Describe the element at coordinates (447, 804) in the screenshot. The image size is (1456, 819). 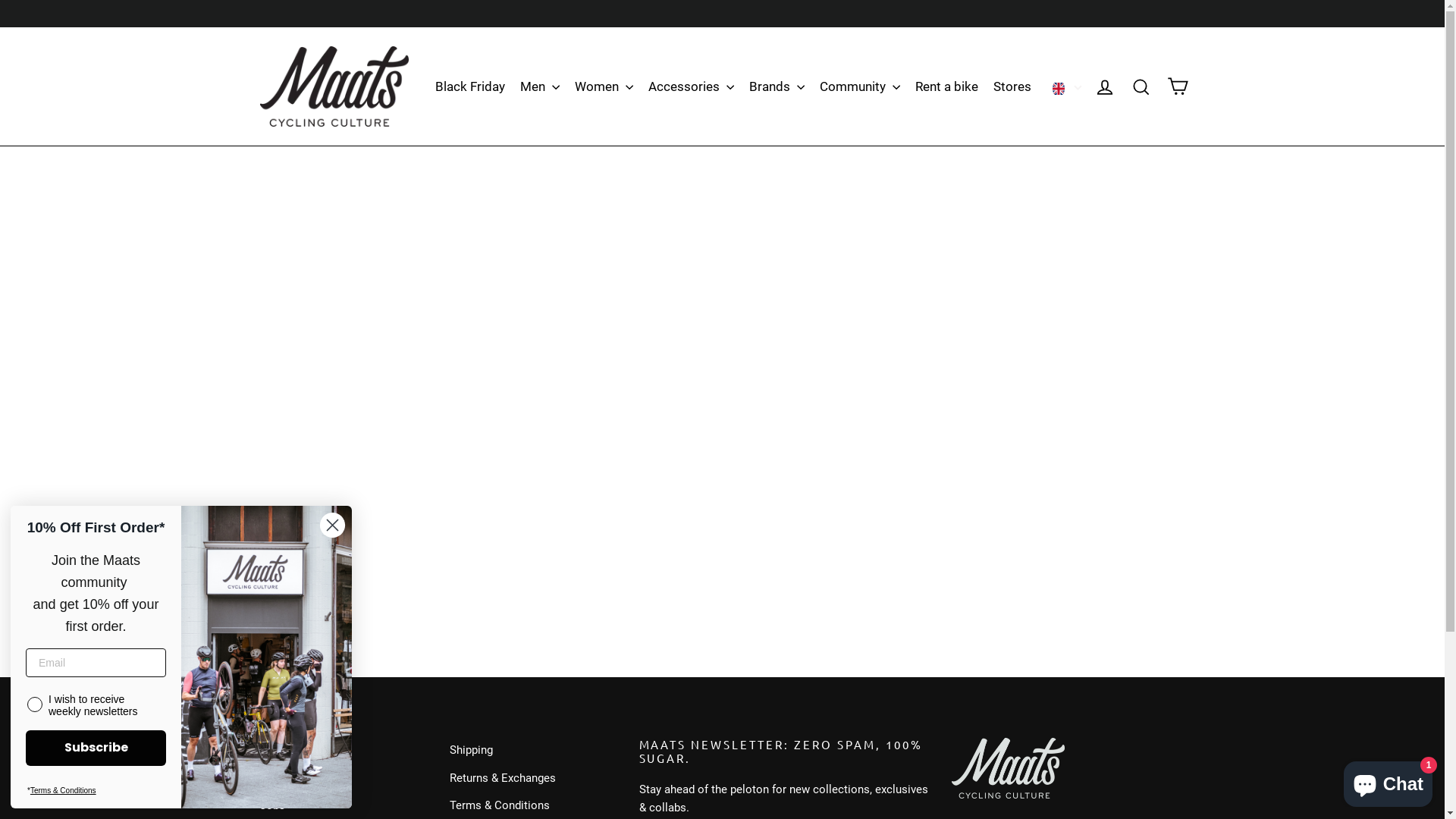
I see `'Terms & Conditions'` at that location.